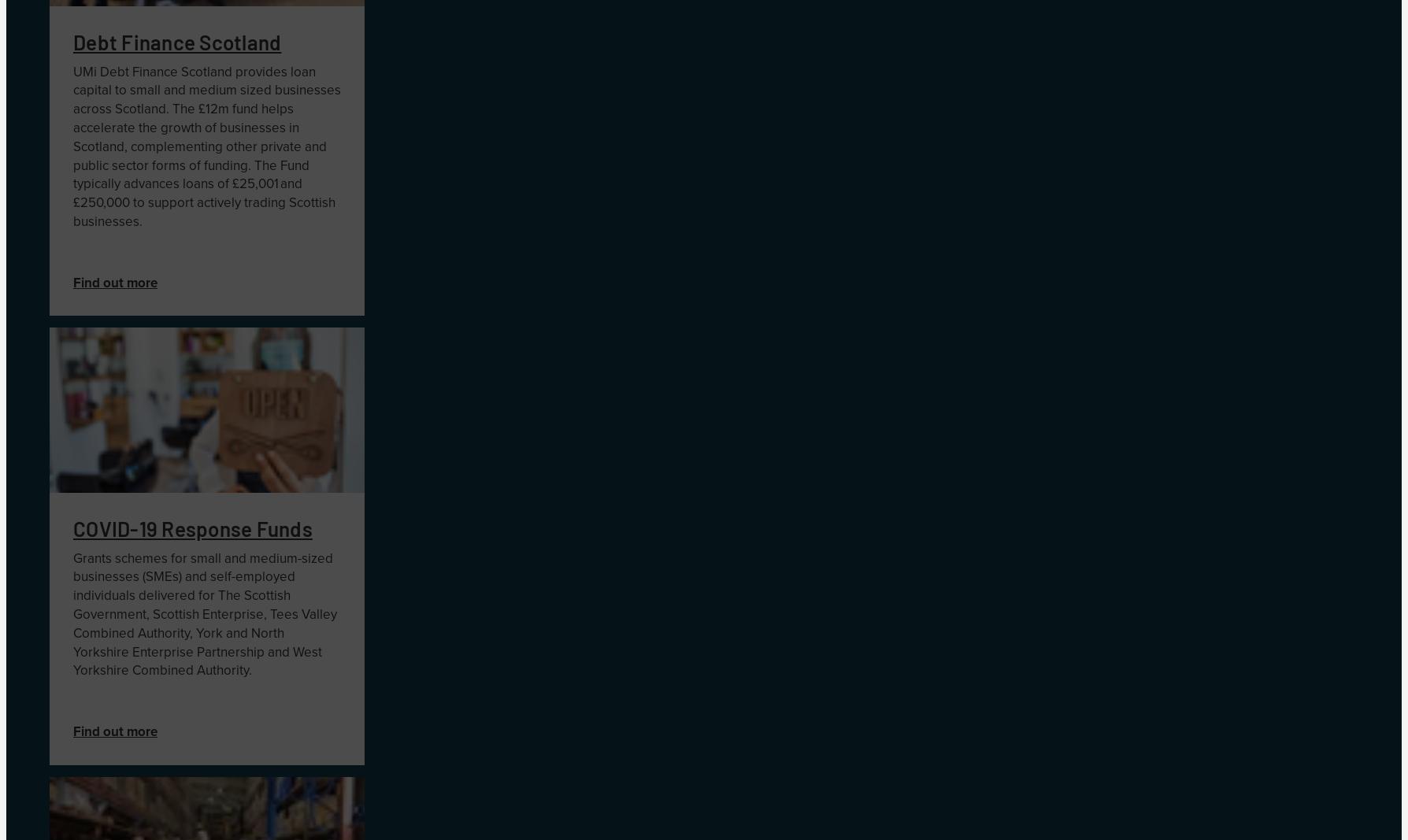  Describe the element at coordinates (72, 193) in the screenshot. I see `'The Fund typically advances loans of £25,001 and £250,000 to support actively trading Scottish businesses.'` at that location.